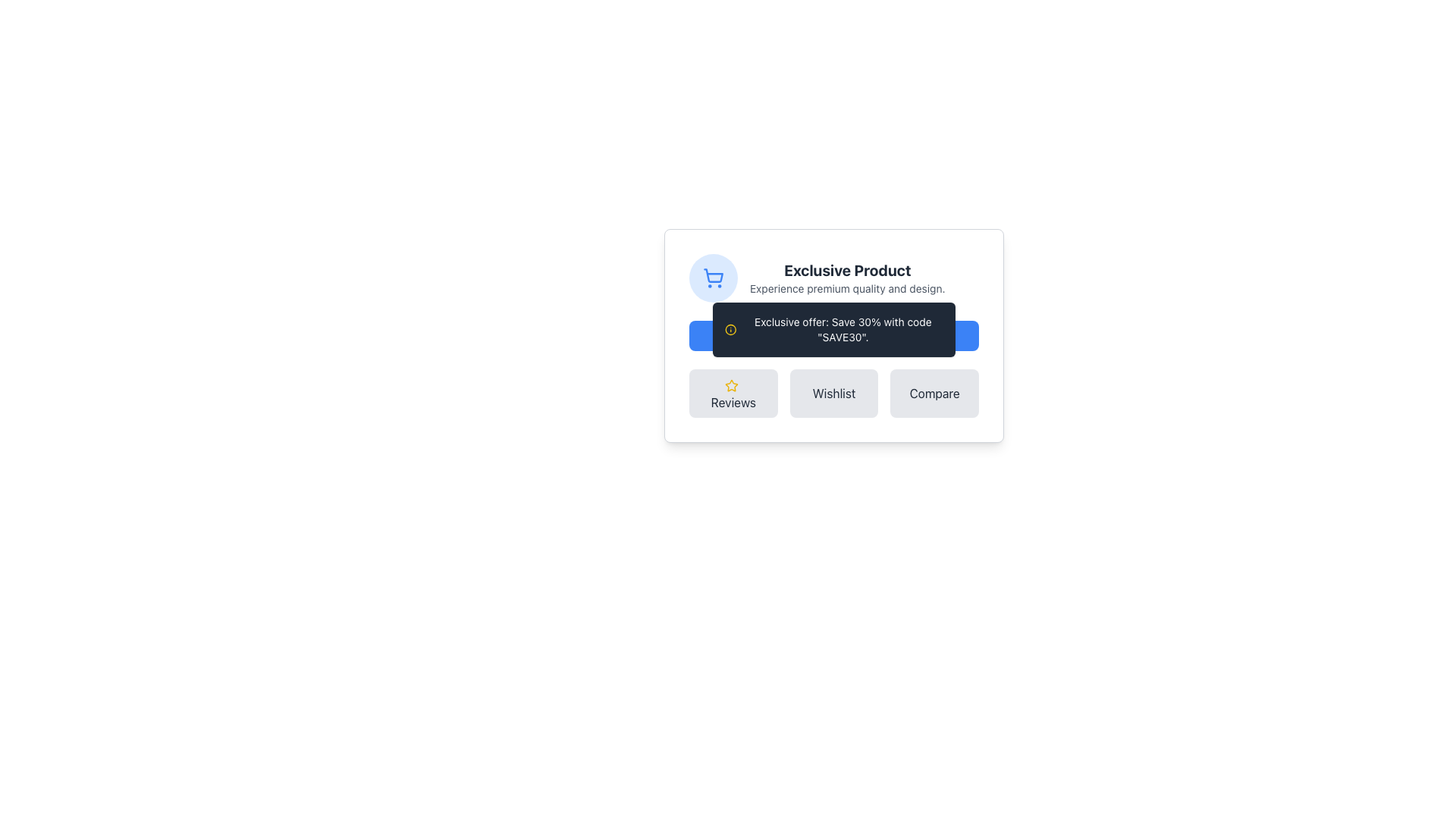  I want to click on the body of the shopping cart icon, which is a part of the SVG graphic representing e-commerce functionality, so click(712, 275).